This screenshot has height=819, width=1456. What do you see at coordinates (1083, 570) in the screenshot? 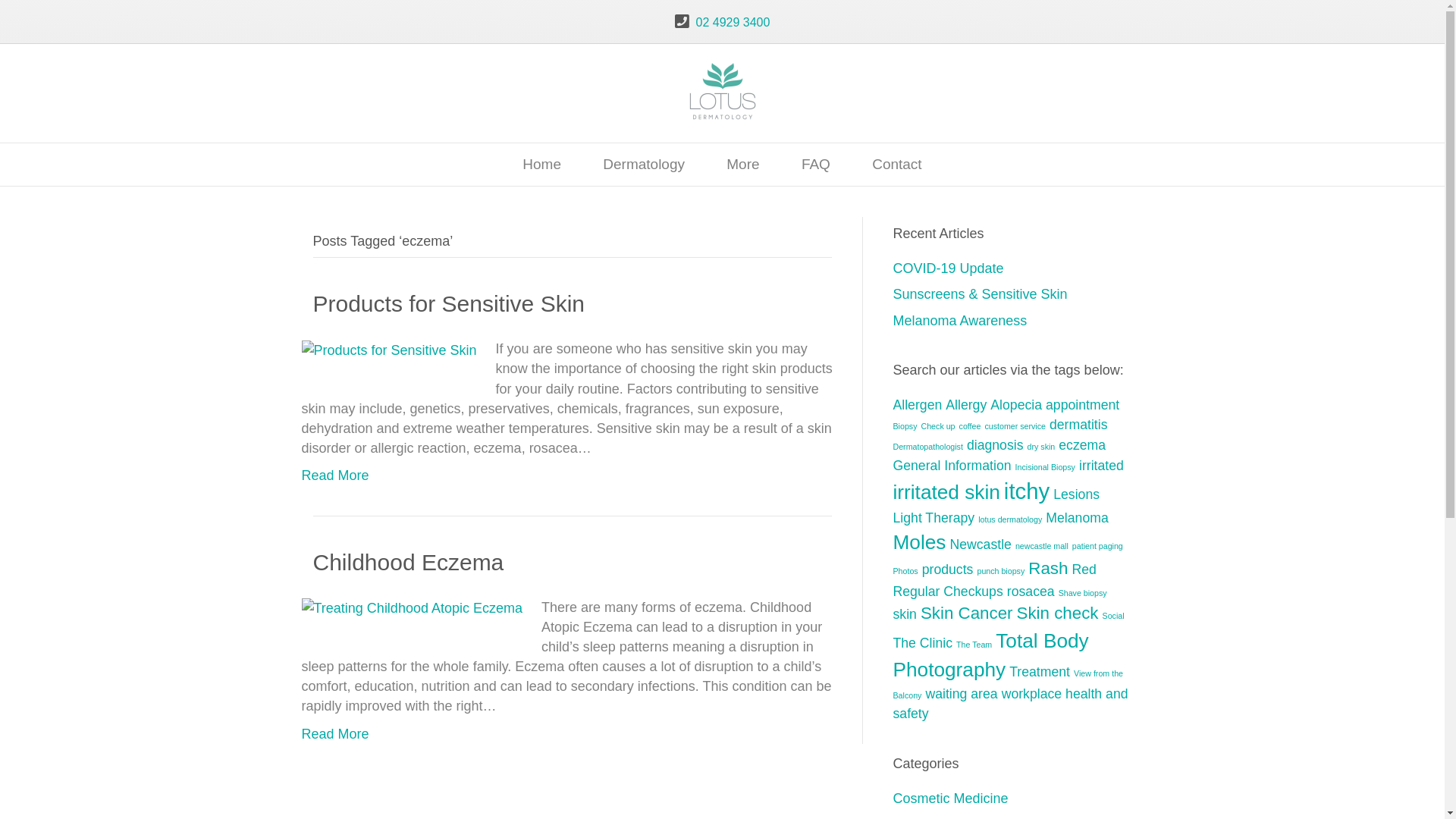
I see `'Red'` at bounding box center [1083, 570].